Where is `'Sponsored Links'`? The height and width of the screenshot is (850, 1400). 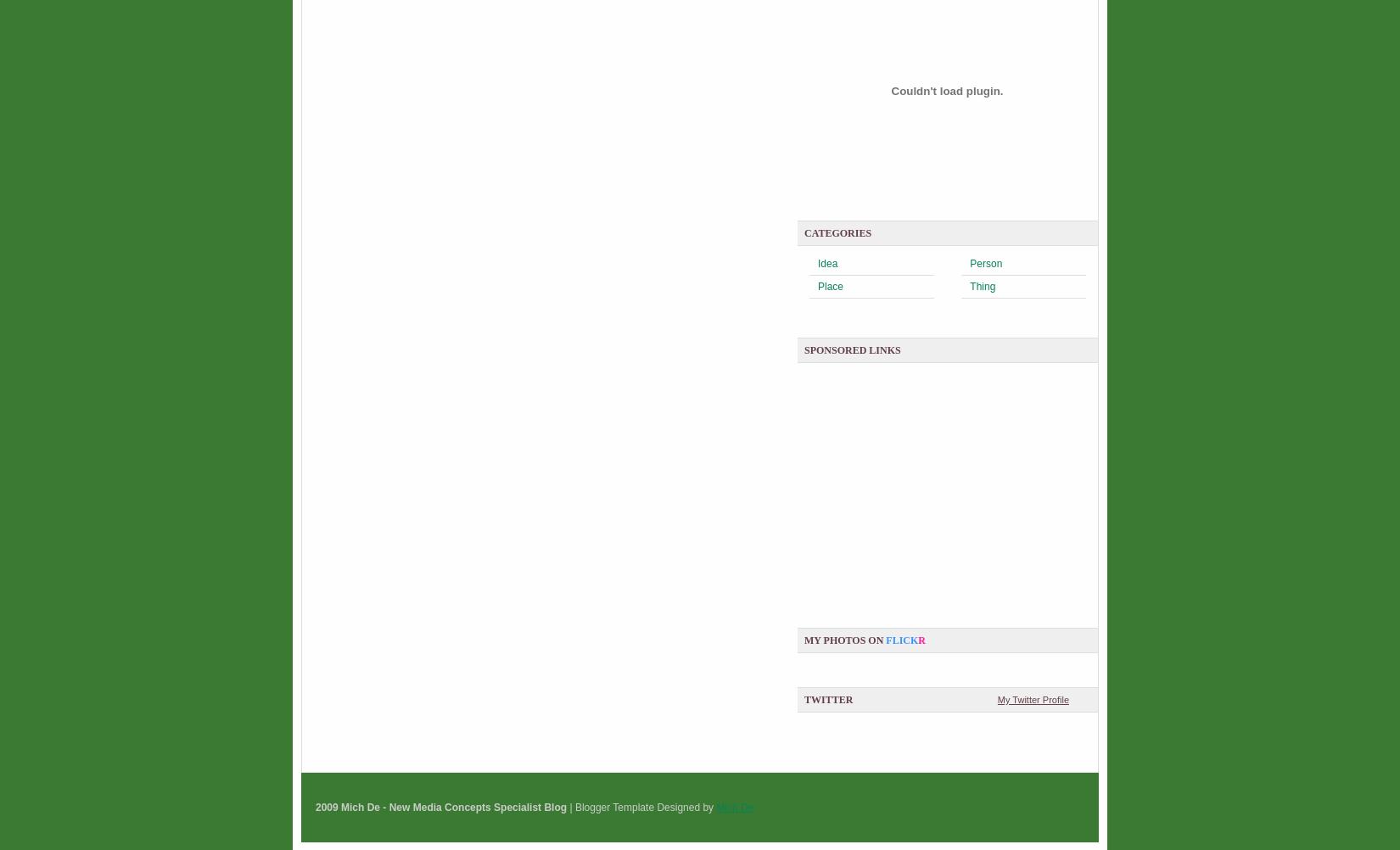
'Sponsored Links' is located at coordinates (852, 350).